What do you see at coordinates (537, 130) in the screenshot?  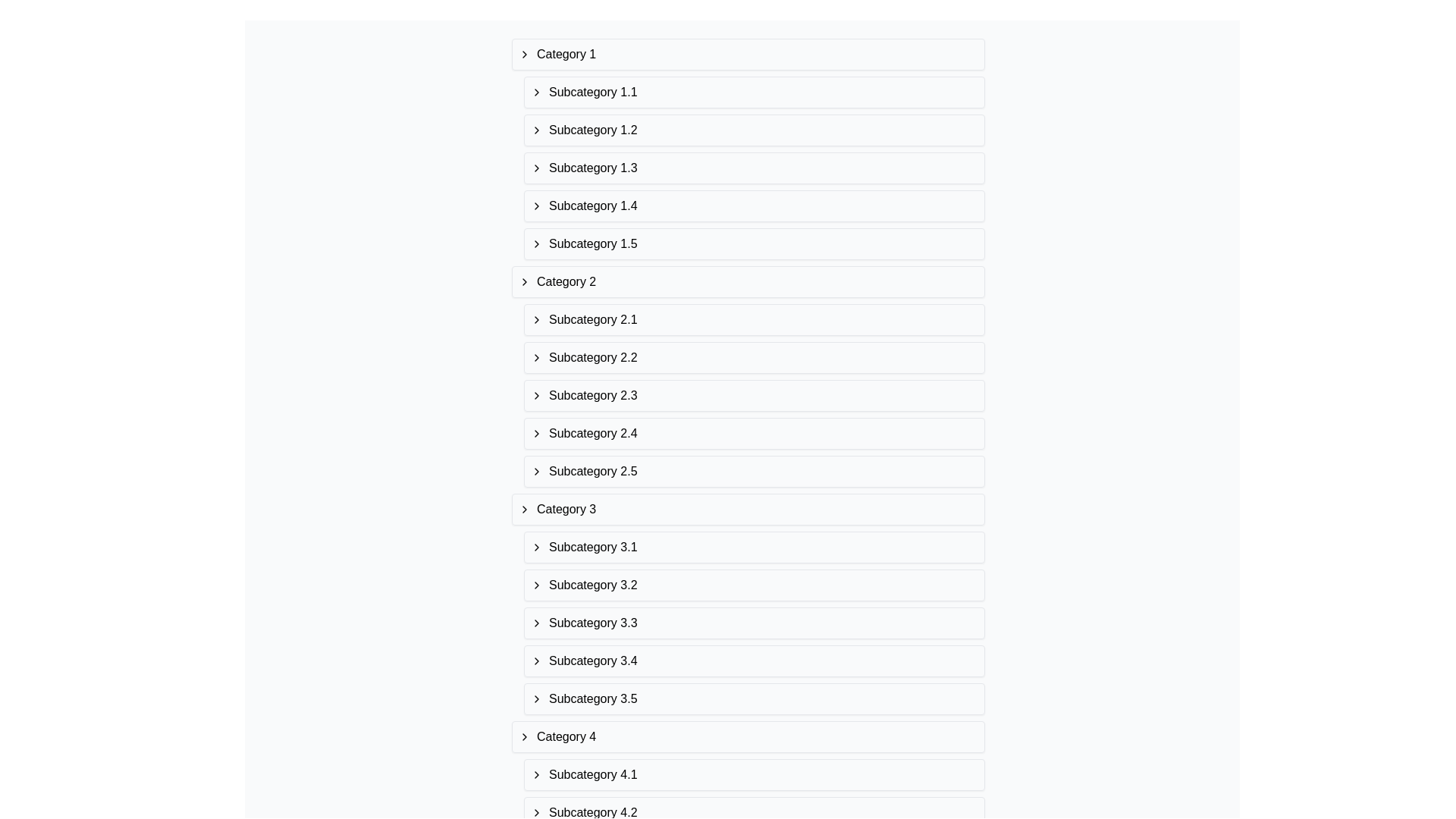 I see `the chevron icon located to the left of the text 'Subcategory 1.2'` at bounding box center [537, 130].